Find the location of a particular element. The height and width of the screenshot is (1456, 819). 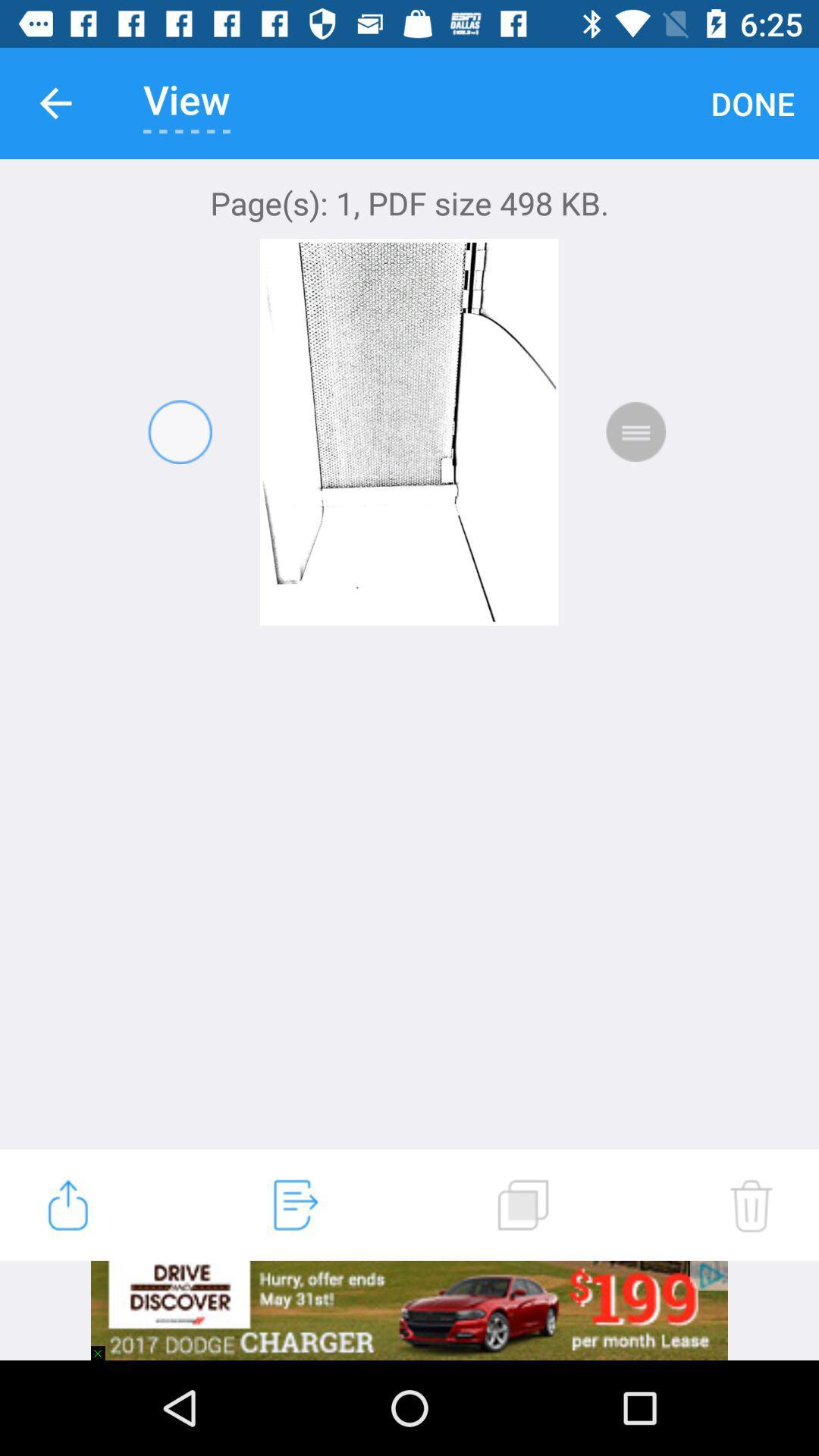

the item to the right of view icon is located at coordinates (752, 102).